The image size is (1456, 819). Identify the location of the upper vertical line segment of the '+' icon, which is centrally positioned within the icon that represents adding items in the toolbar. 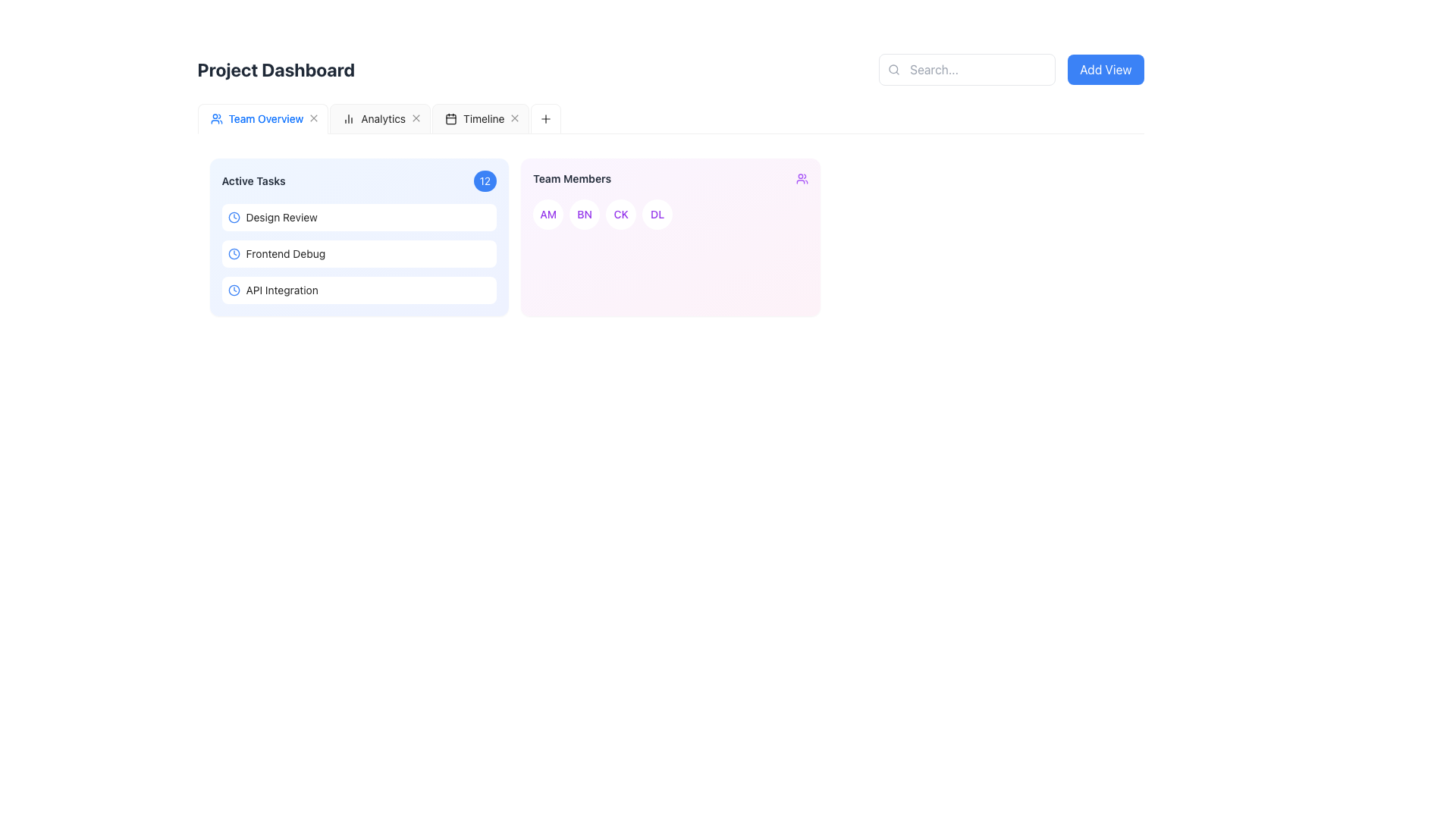
(213, 118).